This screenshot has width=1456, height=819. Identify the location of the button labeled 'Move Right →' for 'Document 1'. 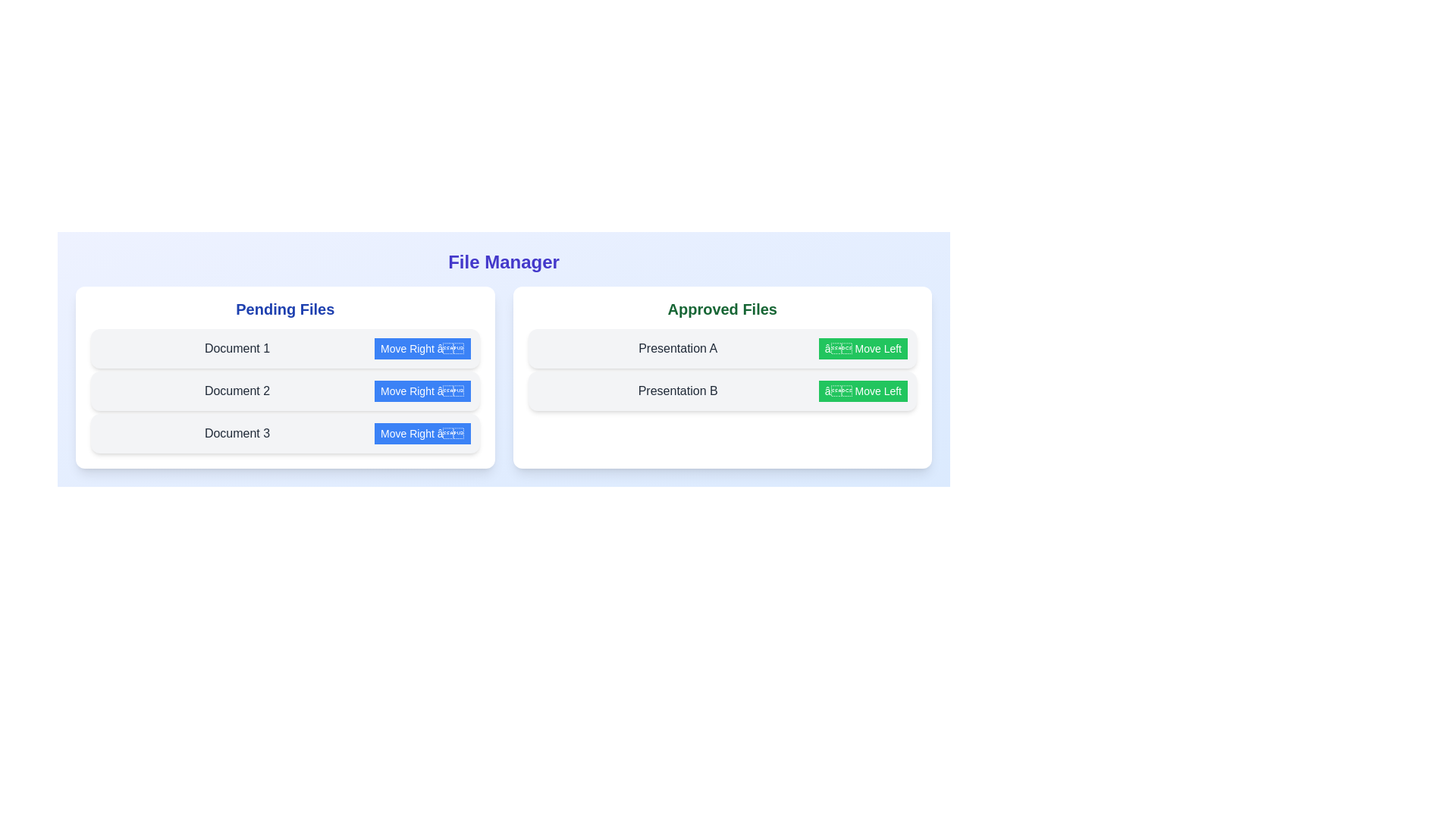
(422, 348).